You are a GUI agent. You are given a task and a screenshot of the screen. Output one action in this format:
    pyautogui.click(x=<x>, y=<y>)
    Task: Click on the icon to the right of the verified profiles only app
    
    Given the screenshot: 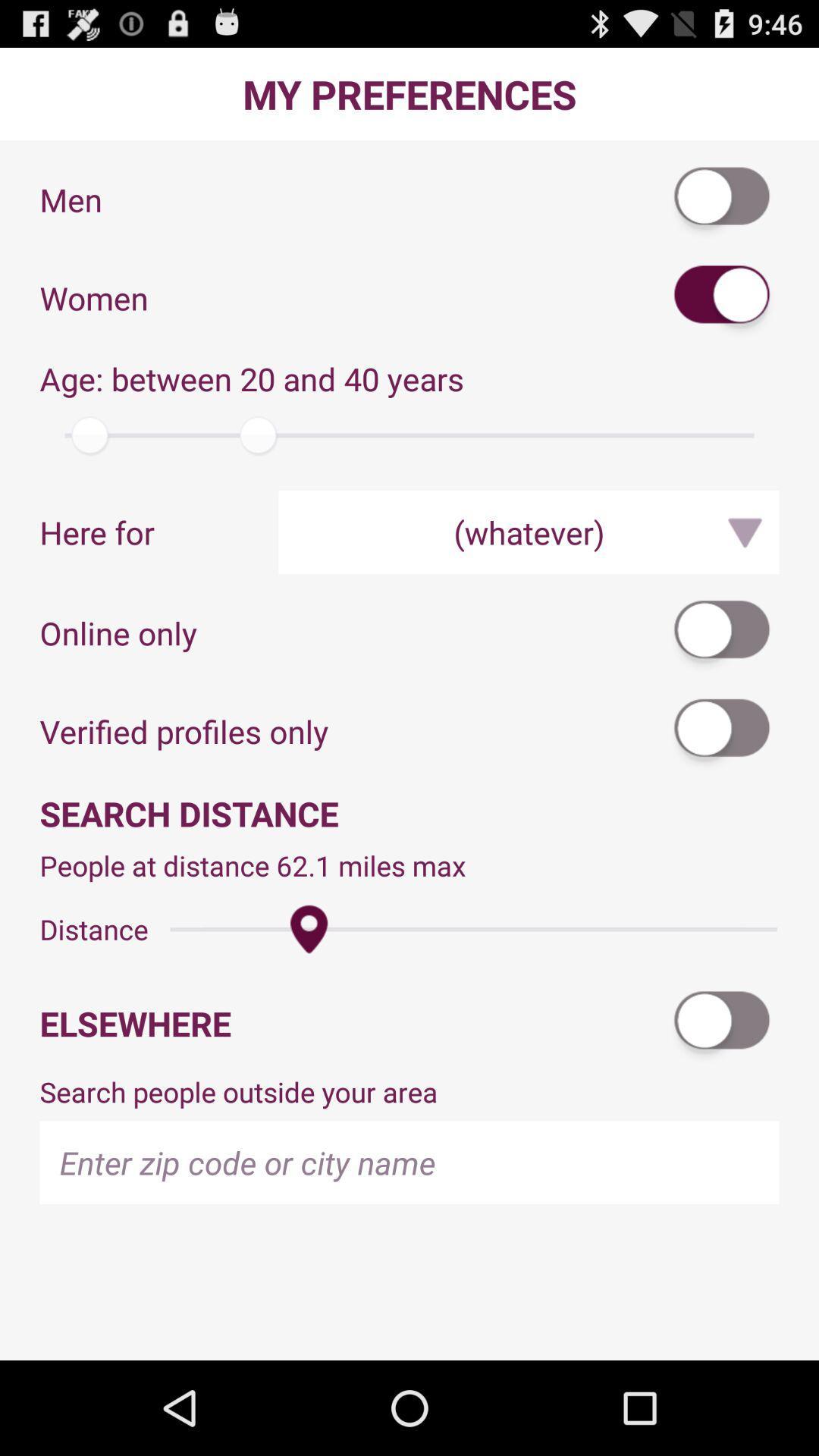 What is the action you would take?
    pyautogui.click(x=722, y=731)
    